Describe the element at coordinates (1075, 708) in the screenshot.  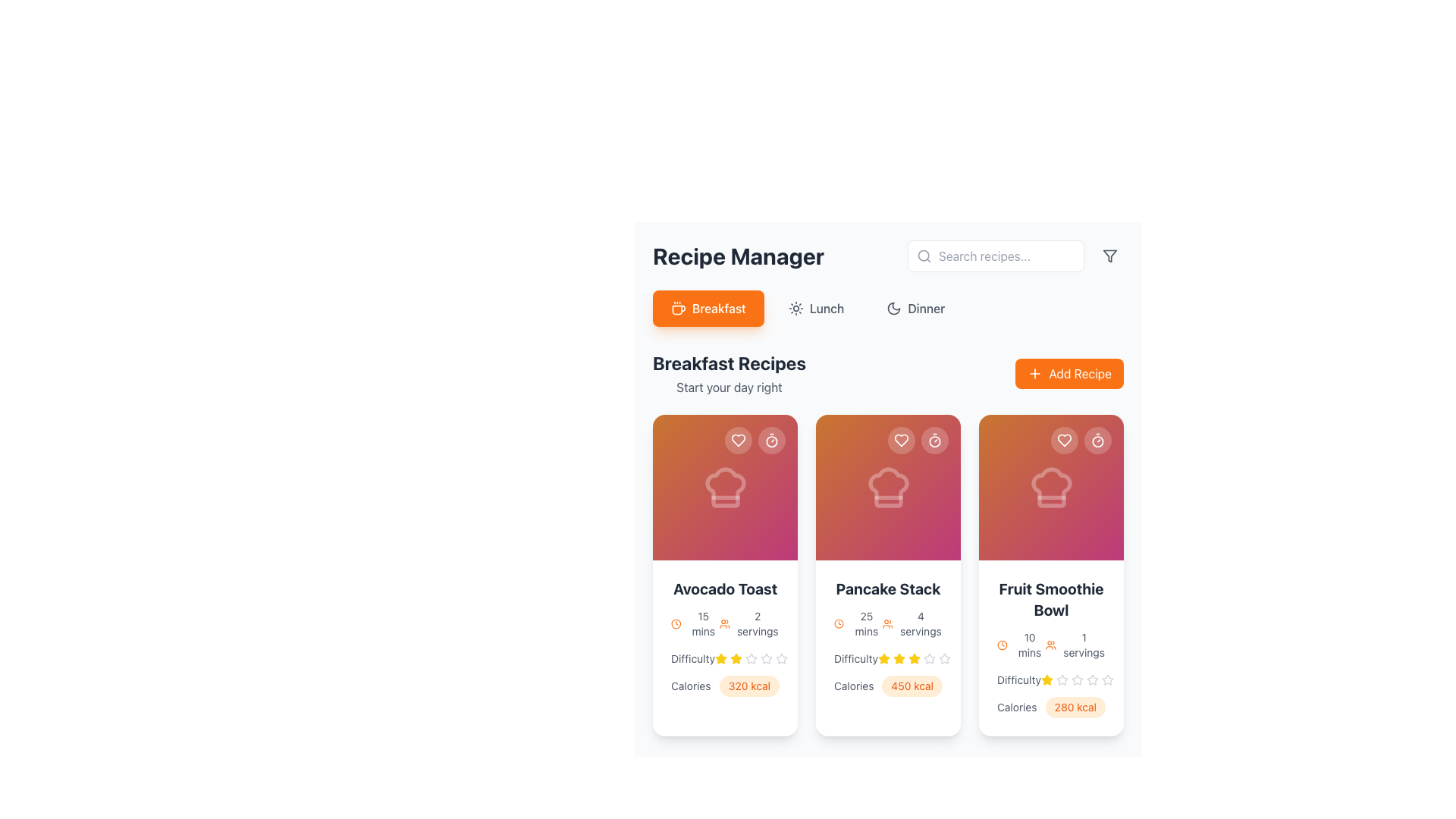
I see `the label displaying the caloric content of the 'Fruit Smoothie Bowl' recipe located in the 'Calories' section of the recipe card` at that location.